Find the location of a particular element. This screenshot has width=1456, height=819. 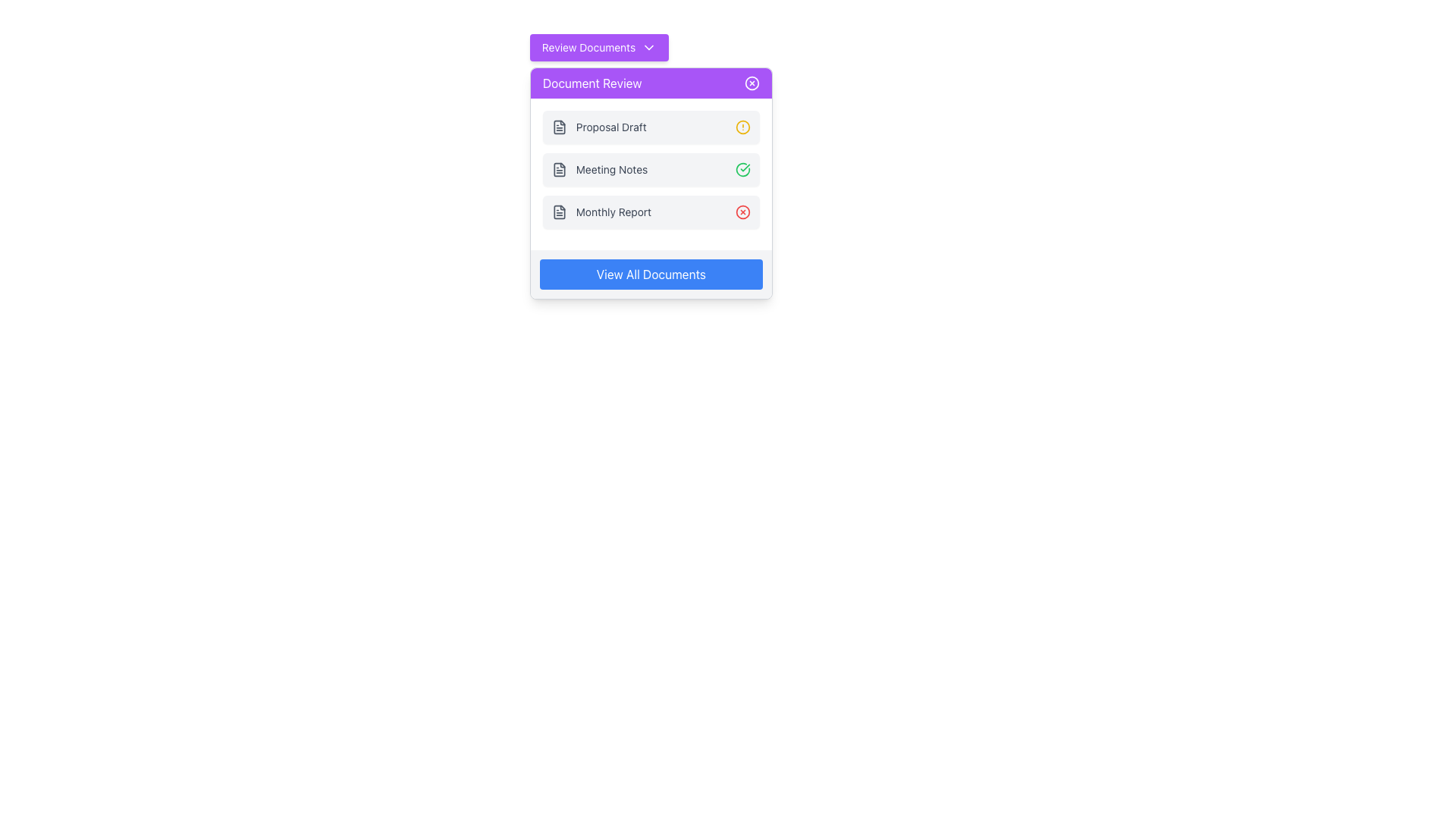

the circular button with a white border containing an 'X' shape, located in the top-right corner of the purple header labeled 'Document Review', to trigger tooltip or visual feedback is located at coordinates (752, 83).